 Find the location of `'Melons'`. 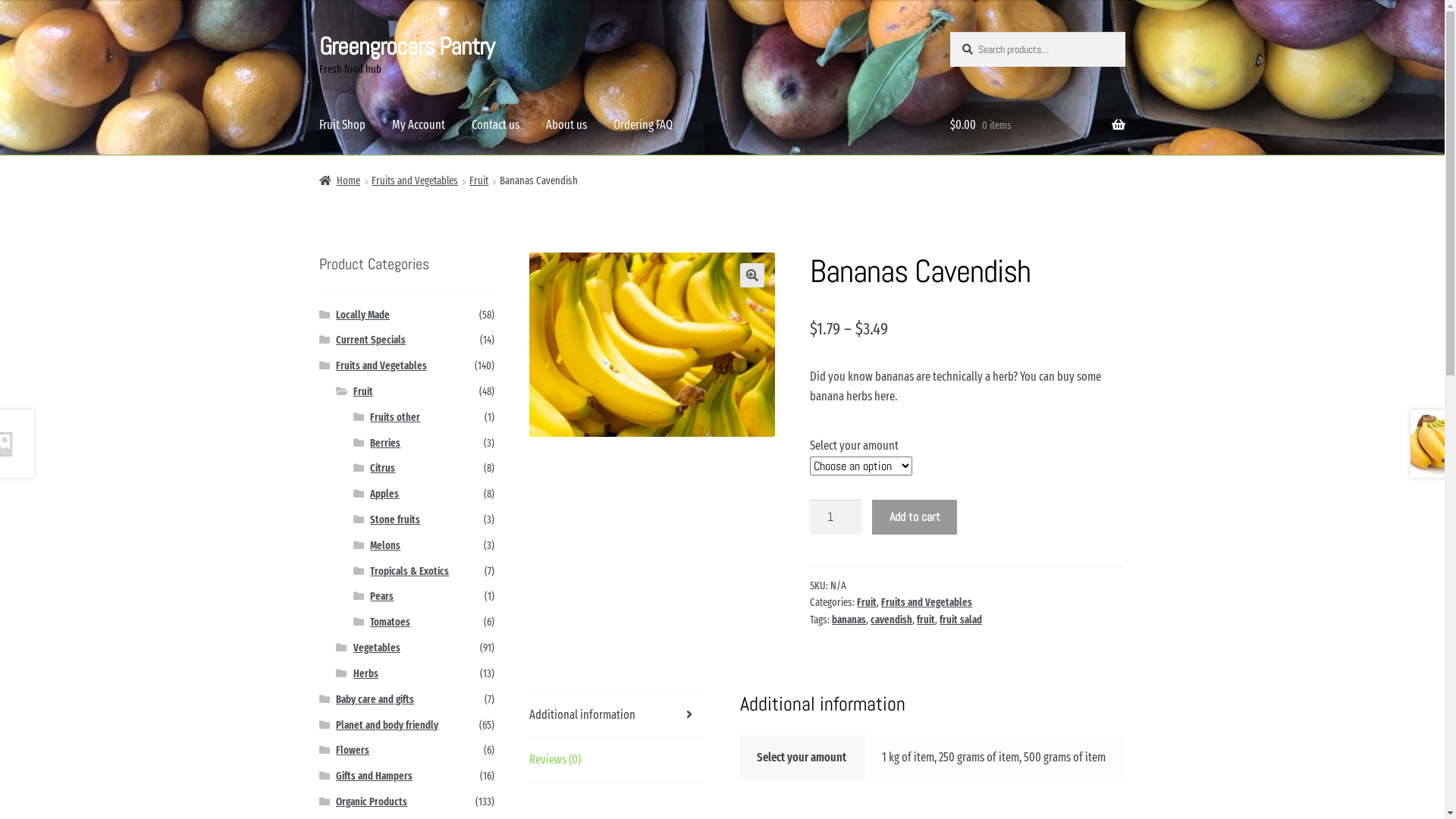

'Melons' is located at coordinates (385, 544).